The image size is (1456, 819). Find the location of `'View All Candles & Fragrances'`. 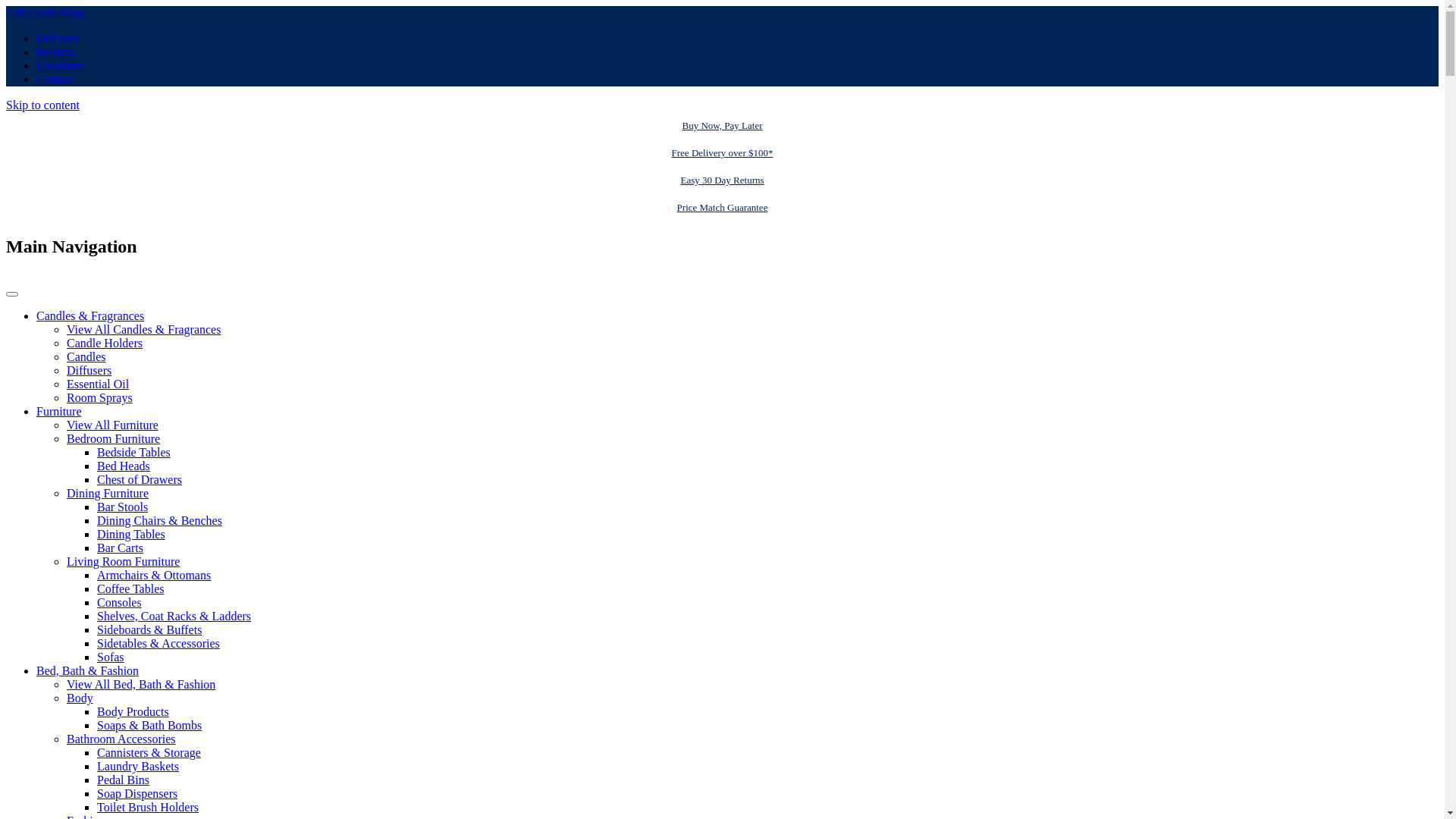

'View All Candles & Fragrances' is located at coordinates (65, 328).